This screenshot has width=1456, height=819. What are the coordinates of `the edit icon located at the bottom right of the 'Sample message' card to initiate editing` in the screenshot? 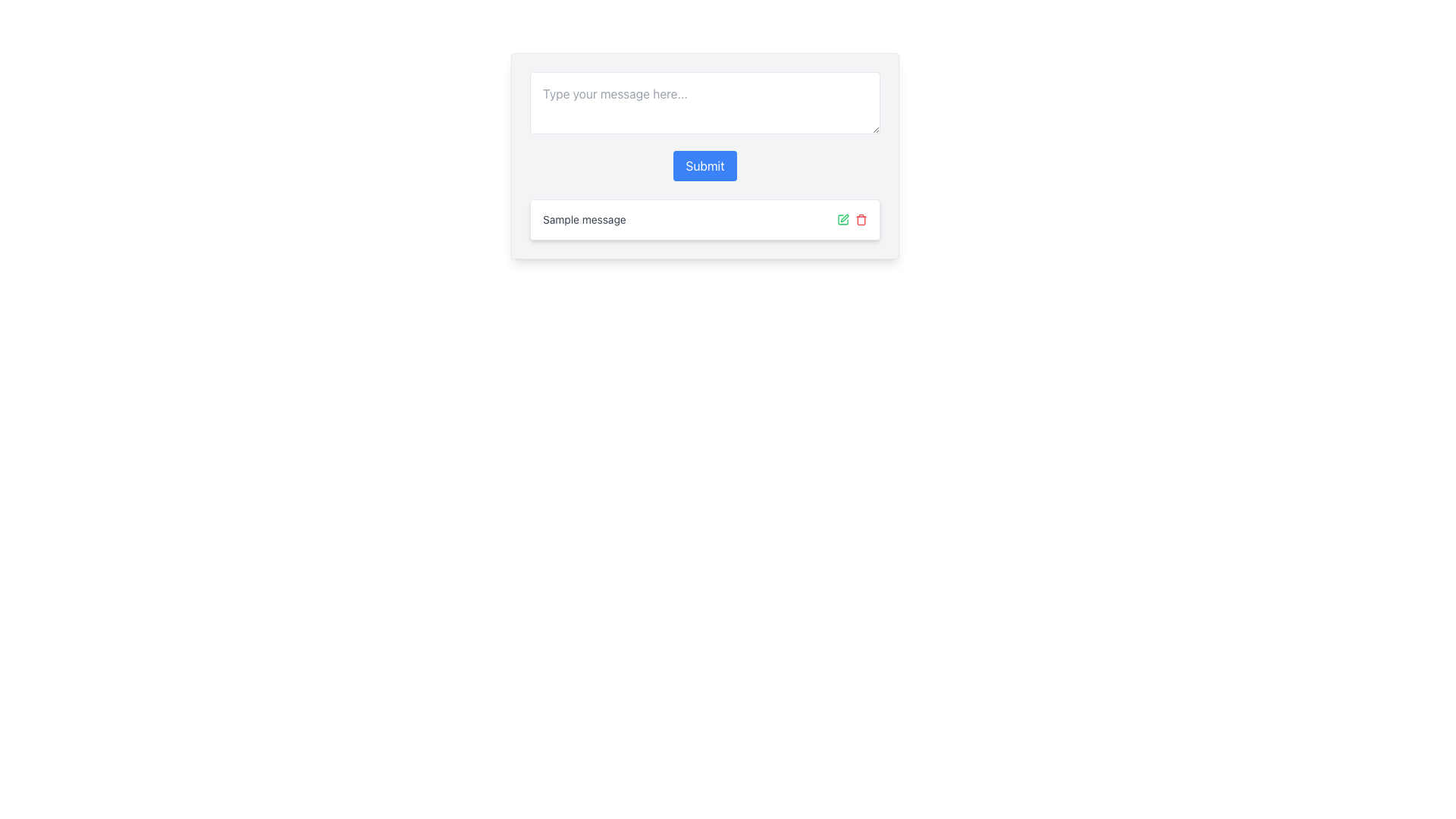 It's located at (852, 219).